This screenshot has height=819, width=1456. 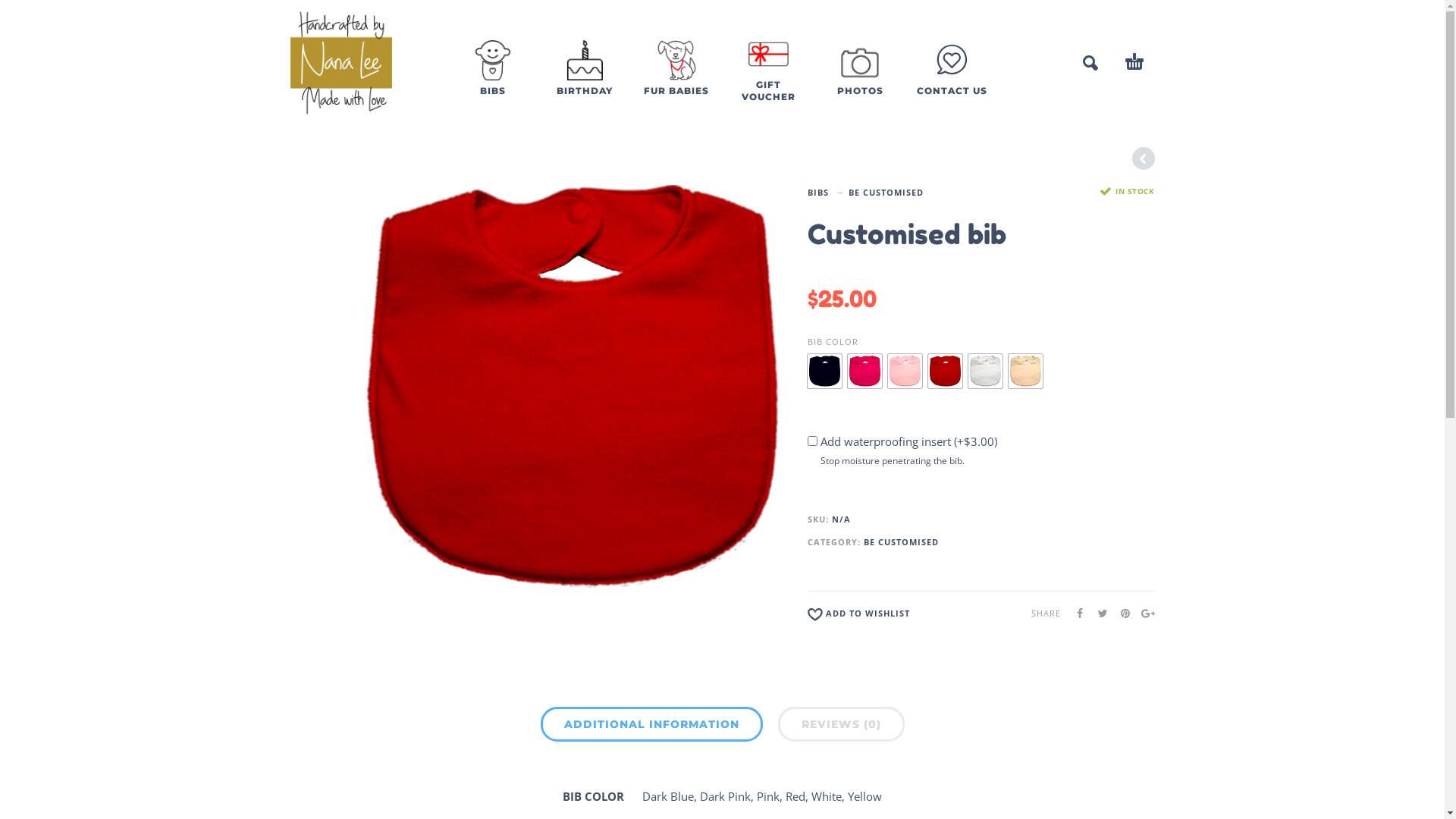 What do you see at coordinates (676, 80) in the screenshot?
I see `'FUR BABIES'` at bounding box center [676, 80].